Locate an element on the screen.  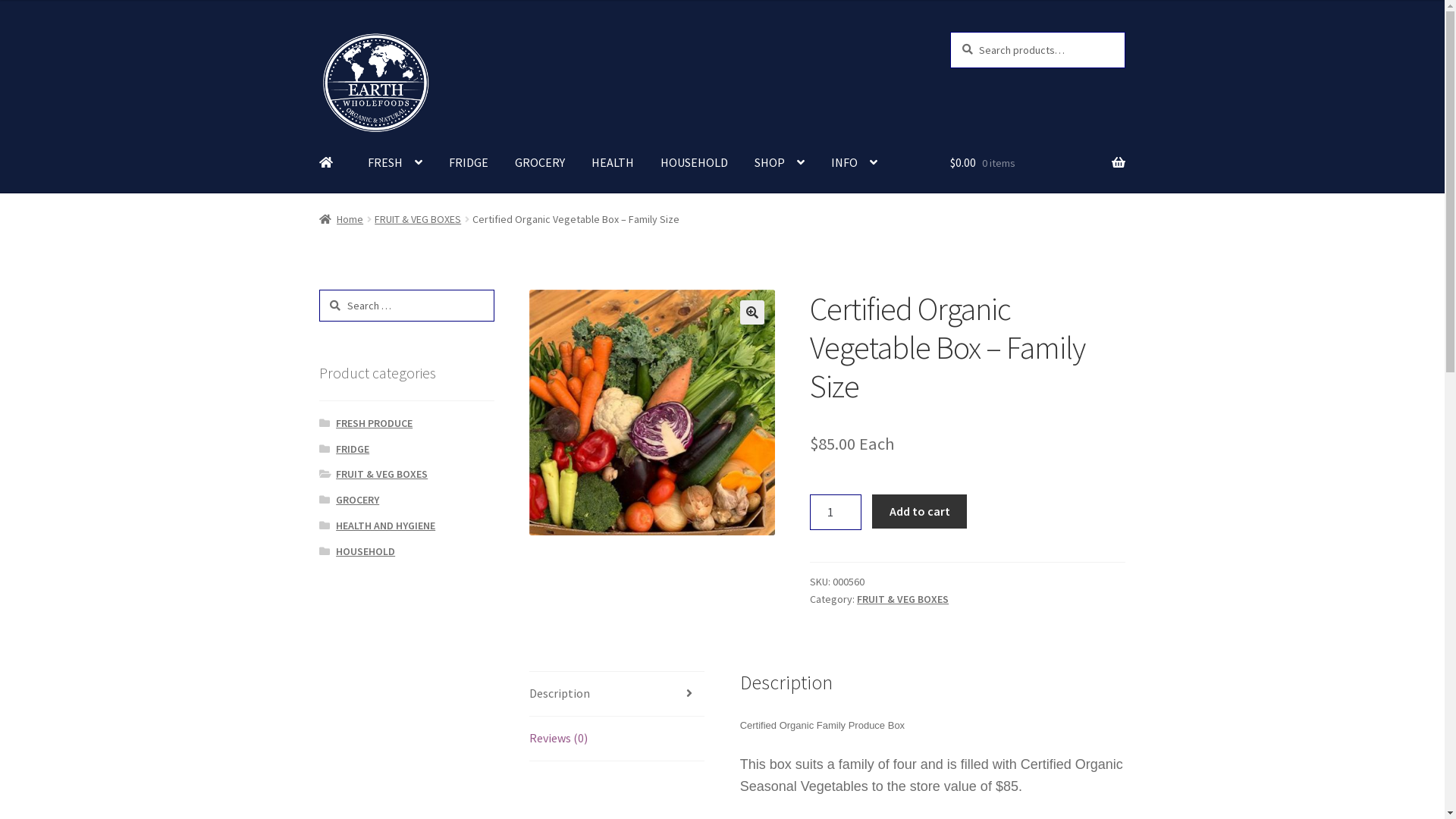
' ' is located at coordinates (330, 164).